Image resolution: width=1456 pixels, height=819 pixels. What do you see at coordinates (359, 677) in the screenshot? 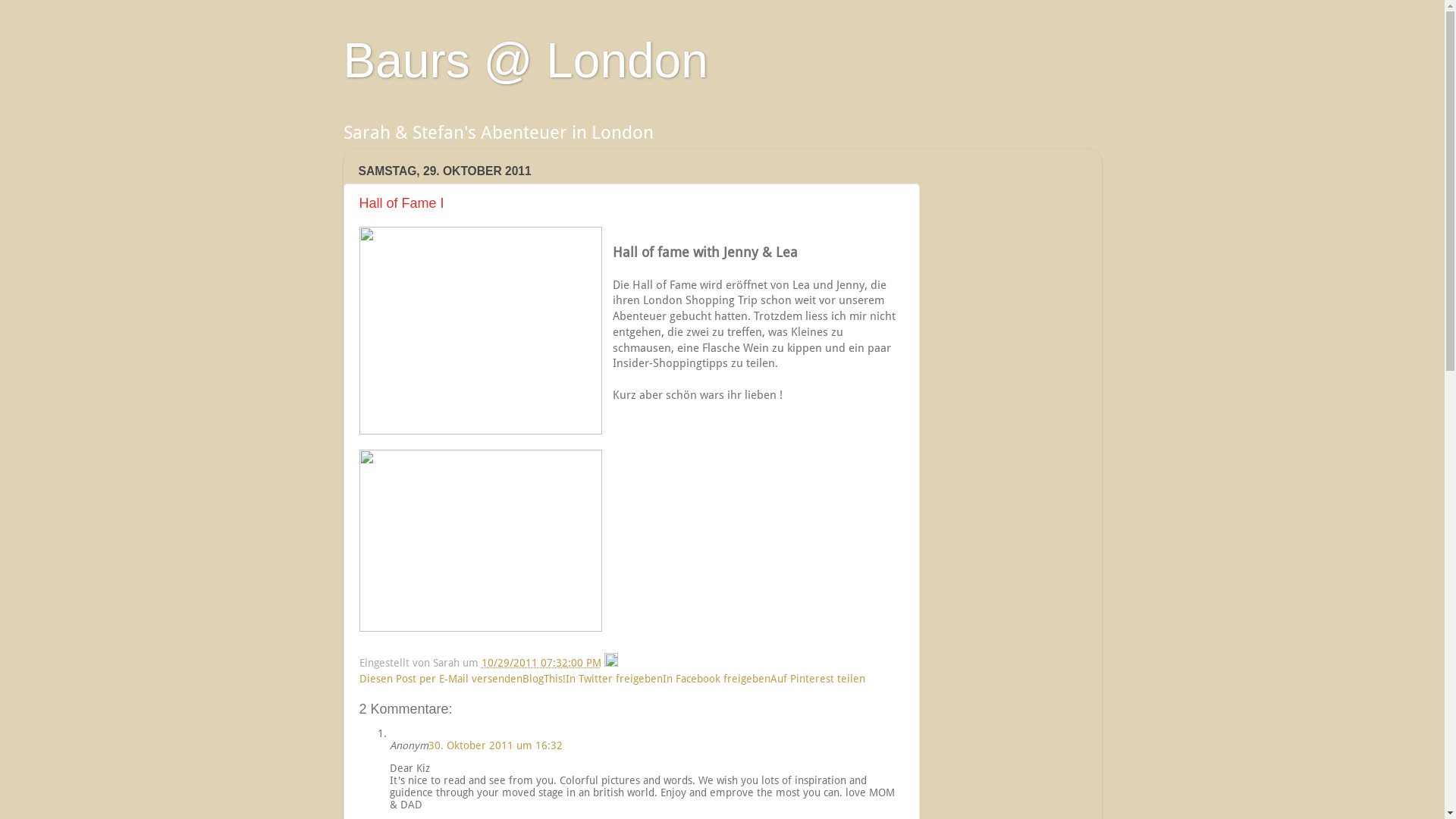
I see `'Diesen Post per E-Mail versenden'` at bounding box center [359, 677].